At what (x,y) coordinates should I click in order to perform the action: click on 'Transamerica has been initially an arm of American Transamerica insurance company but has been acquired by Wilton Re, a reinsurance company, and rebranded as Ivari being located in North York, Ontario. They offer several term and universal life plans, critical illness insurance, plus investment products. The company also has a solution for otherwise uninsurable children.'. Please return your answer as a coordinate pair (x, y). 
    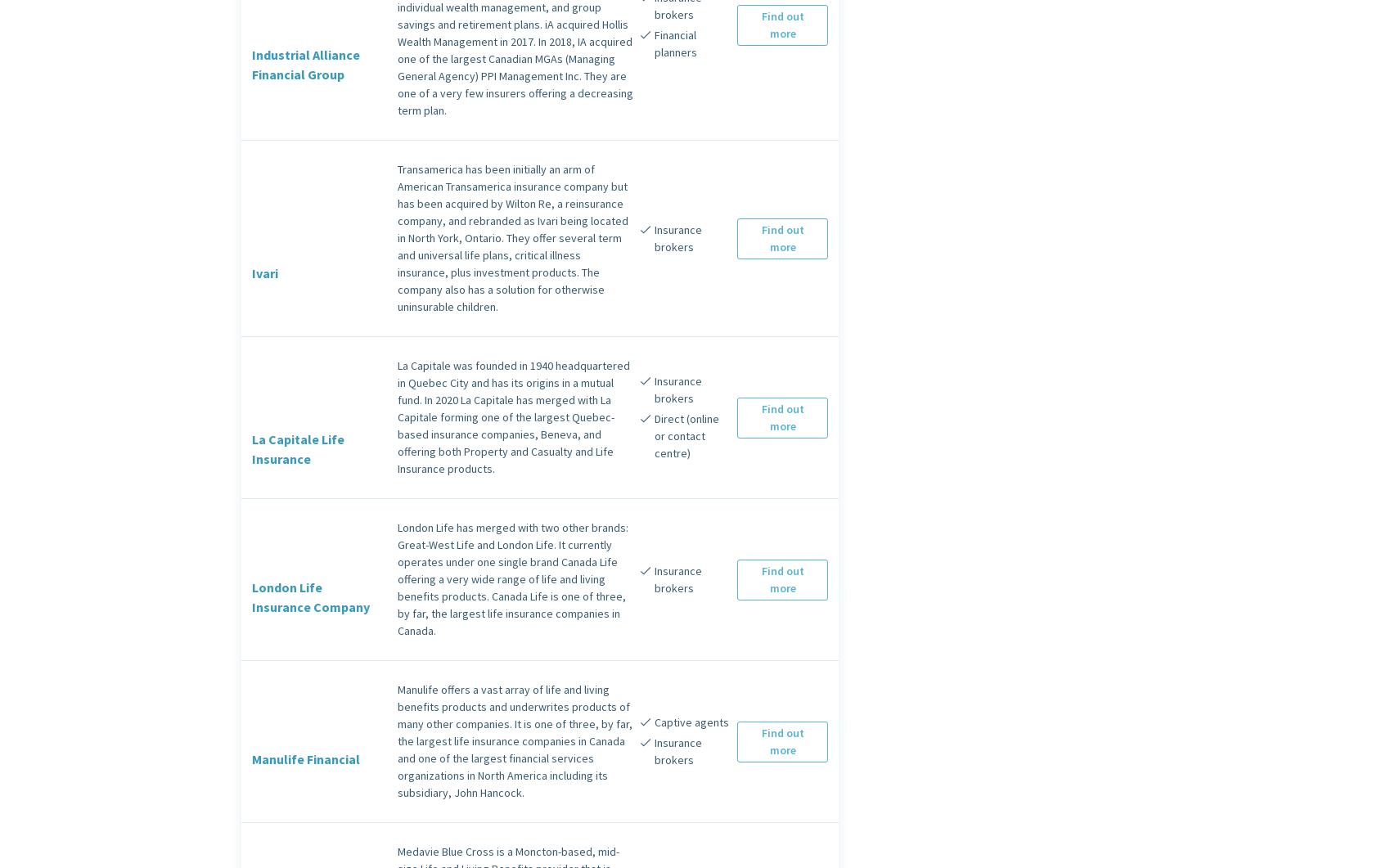
    Looking at the image, I should click on (398, 237).